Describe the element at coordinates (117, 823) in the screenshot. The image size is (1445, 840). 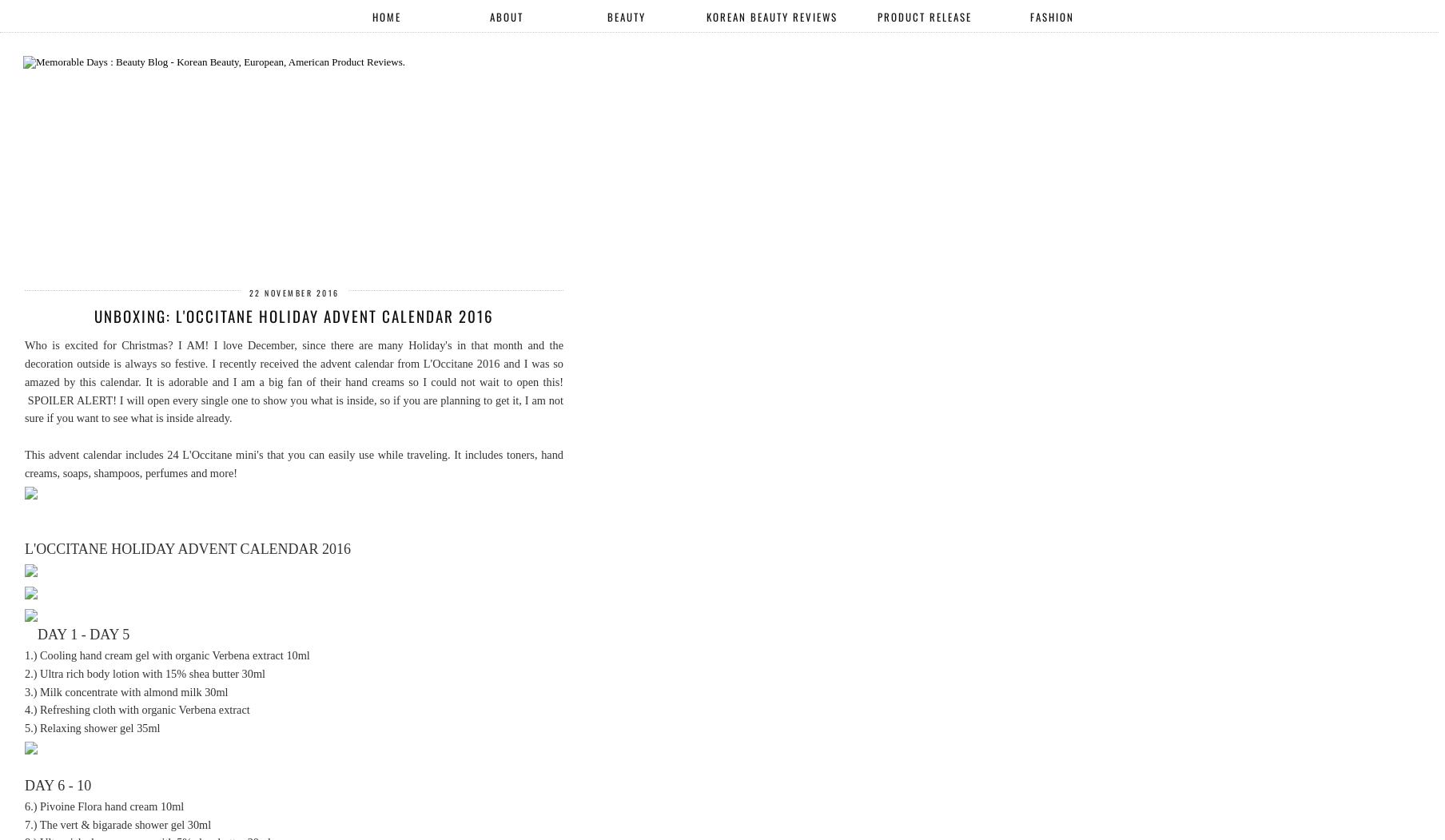
I see `'7.) The vert & bigarade shower gel 30ml'` at that location.